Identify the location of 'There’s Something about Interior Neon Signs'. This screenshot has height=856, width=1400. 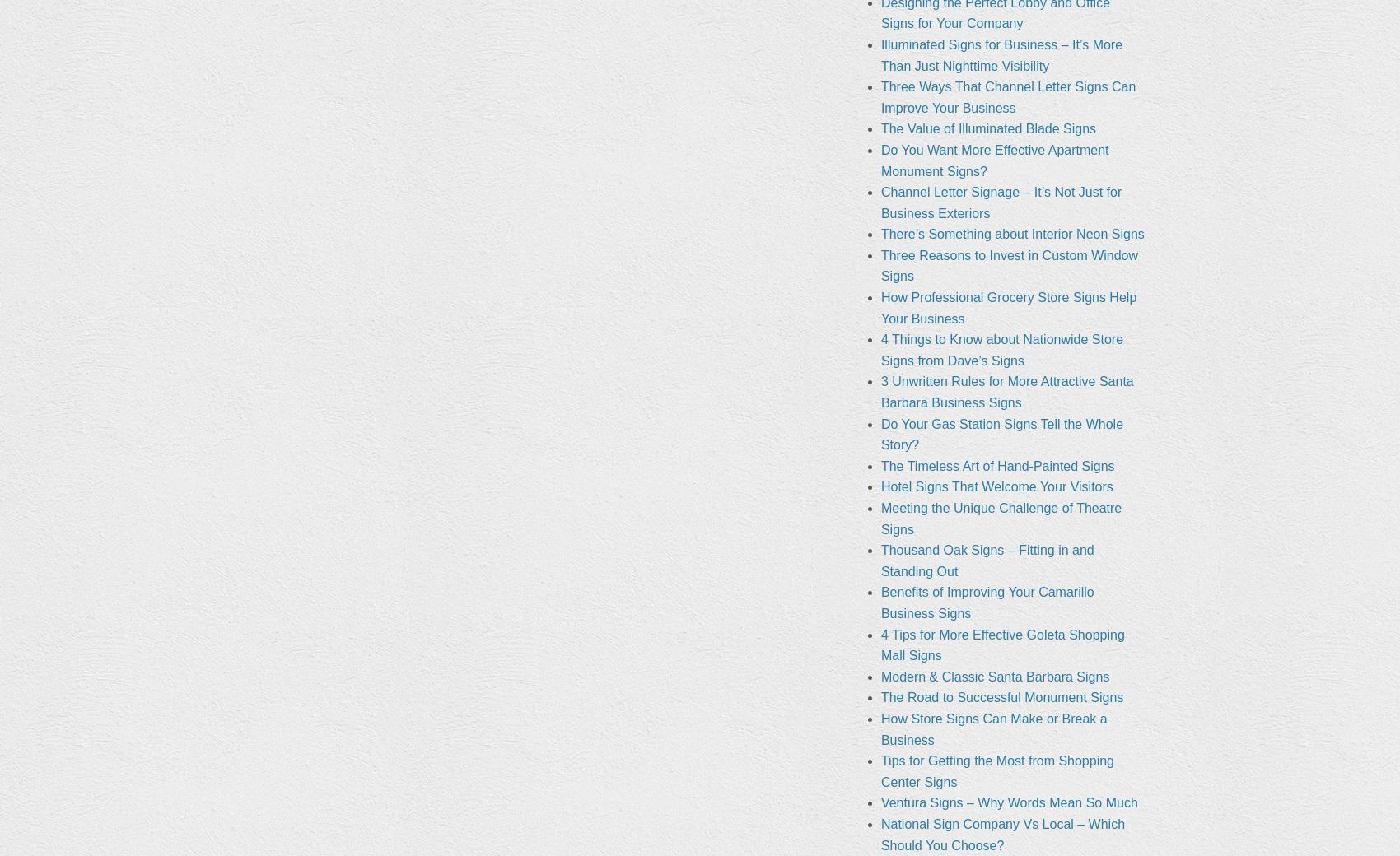
(880, 233).